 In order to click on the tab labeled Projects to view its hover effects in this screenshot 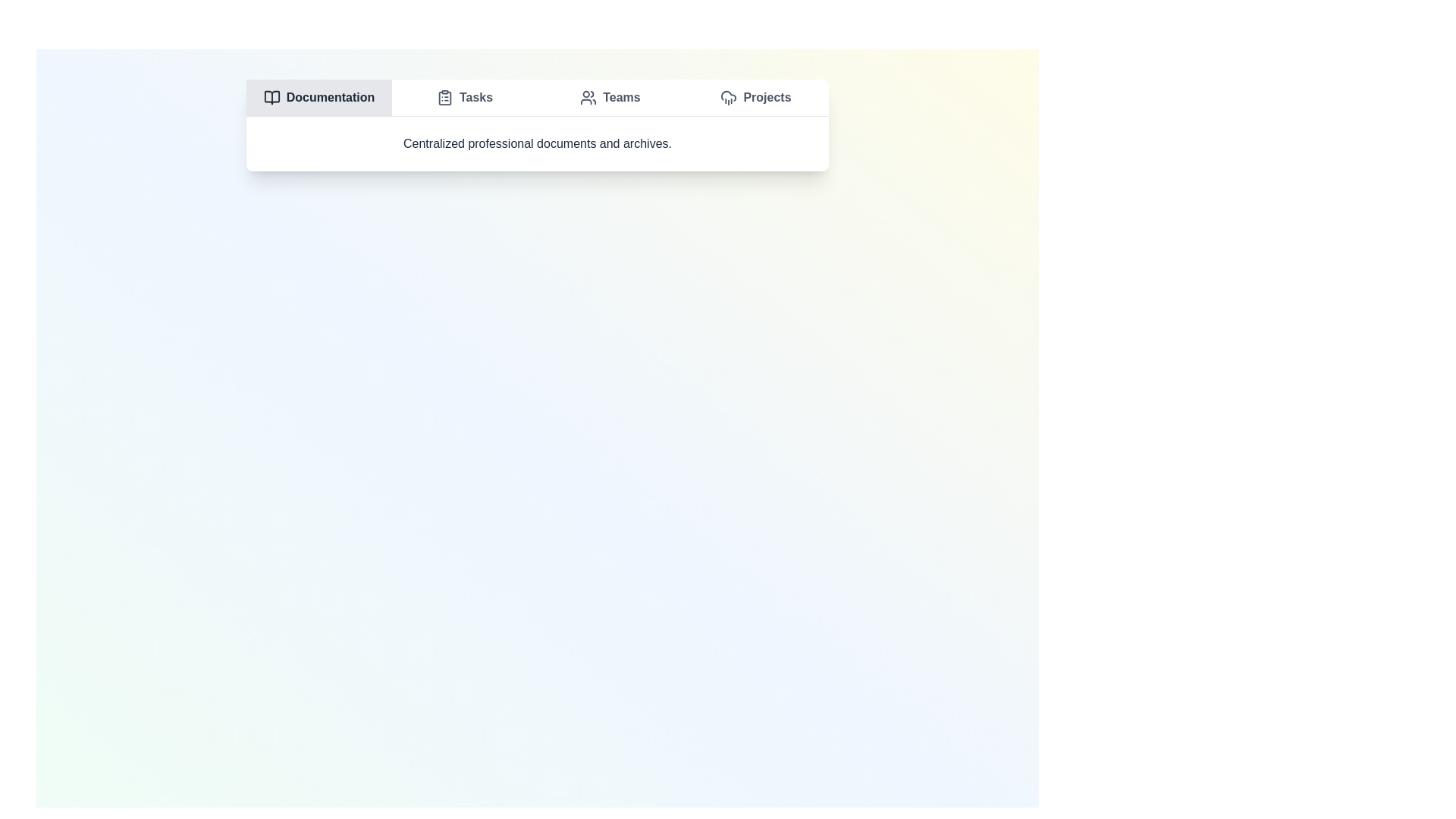, I will do `click(756, 97)`.